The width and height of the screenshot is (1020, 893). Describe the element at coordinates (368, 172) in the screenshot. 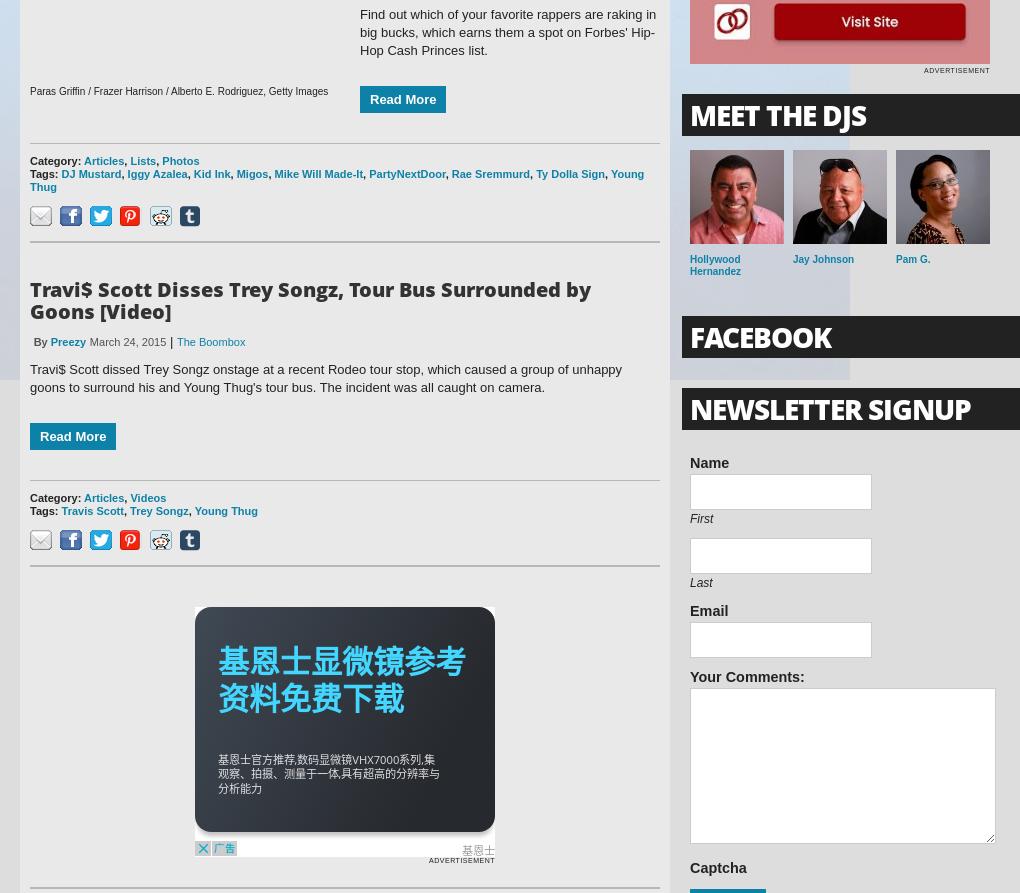

I see `'PartyNextDoor'` at that location.